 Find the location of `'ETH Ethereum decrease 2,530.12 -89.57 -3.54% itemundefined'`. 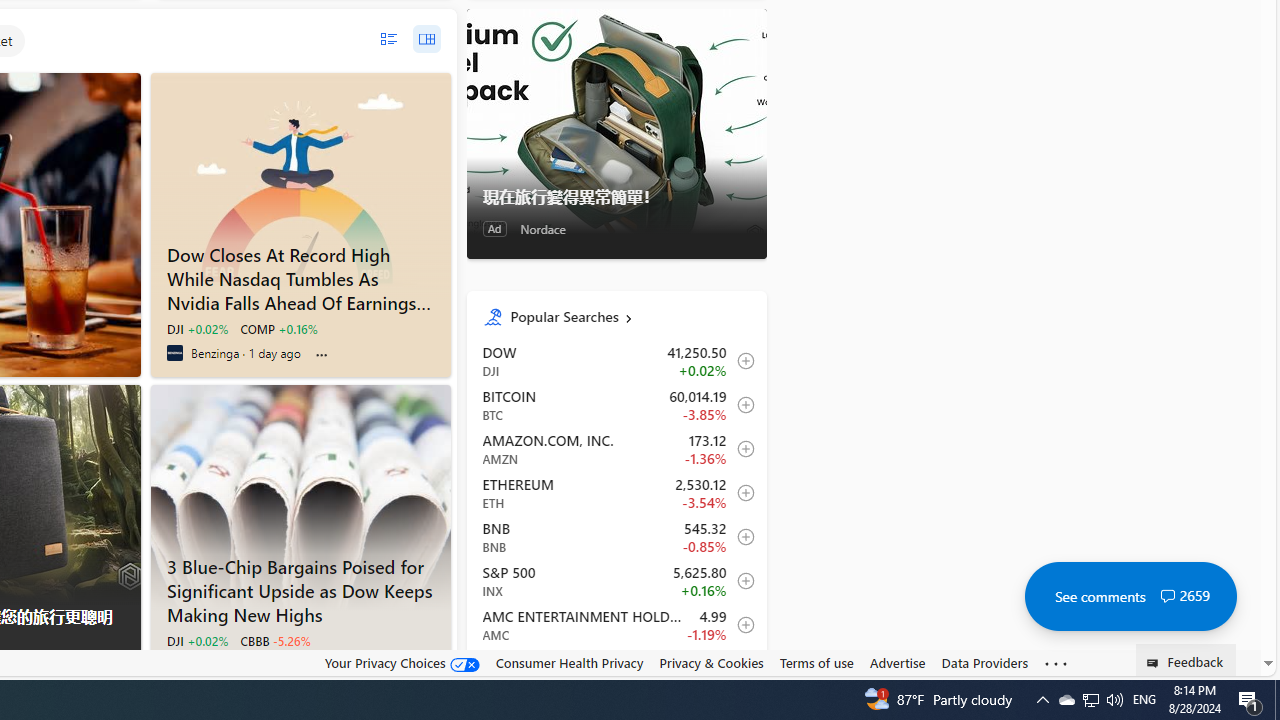

'ETH Ethereum decrease 2,530.12 -89.57 -3.54% itemundefined' is located at coordinates (615, 492).